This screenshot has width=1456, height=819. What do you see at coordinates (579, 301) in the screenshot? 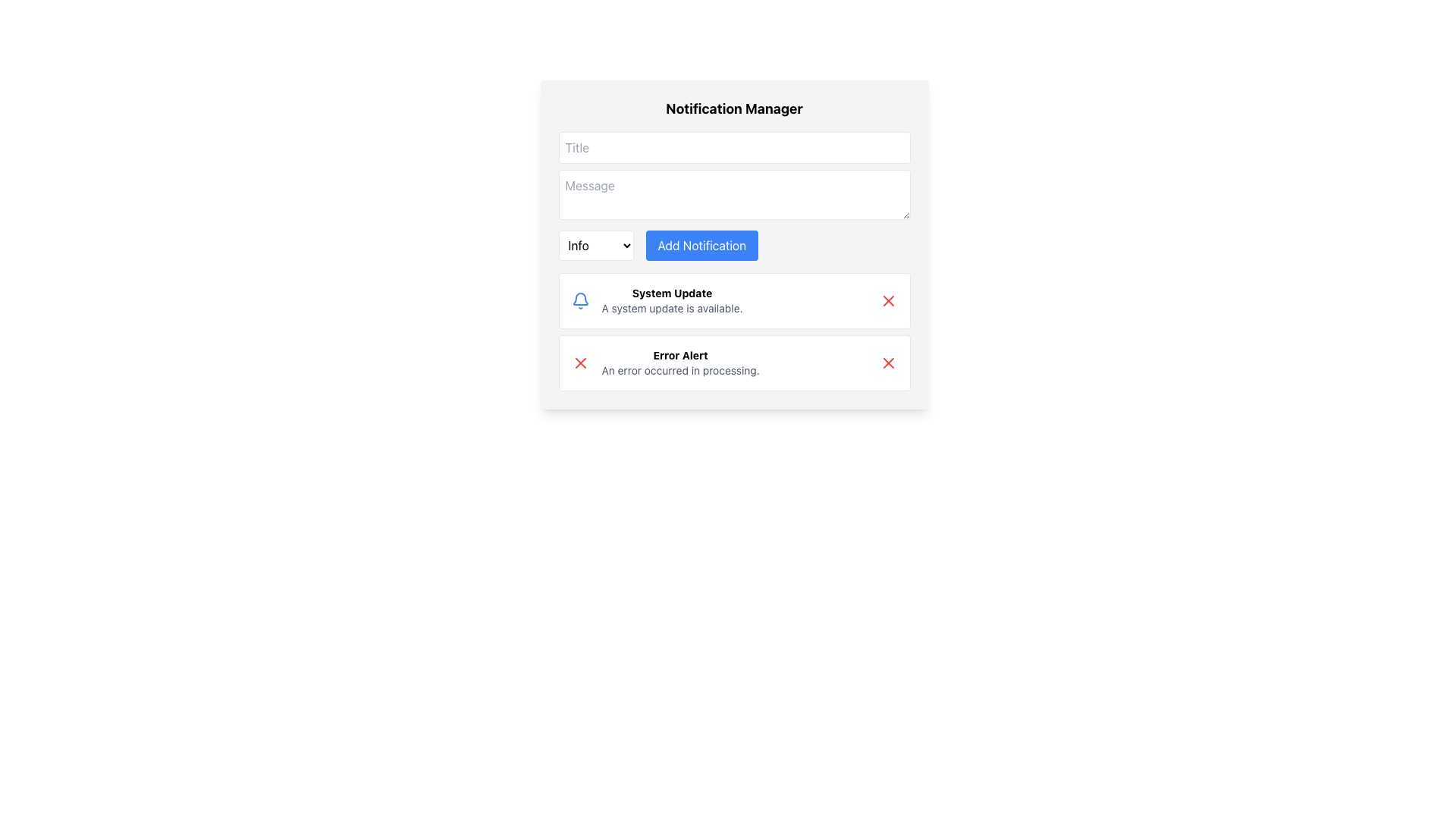
I see `the bell-shaped icon located to the left of the 'System Update' text within the first notification entry in the notification card` at bounding box center [579, 301].